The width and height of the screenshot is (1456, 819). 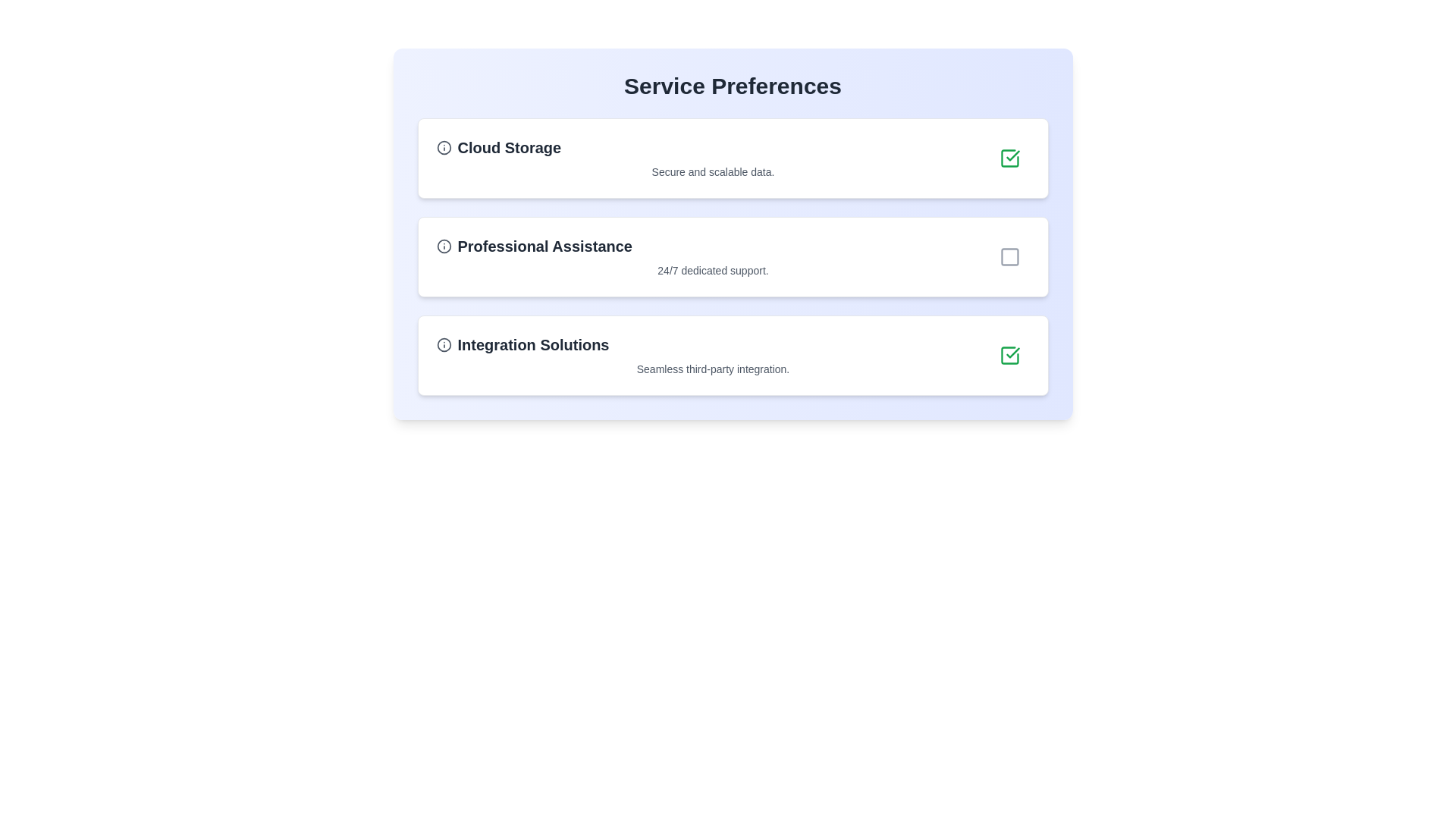 What do you see at coordinates (1009, 356) in the screenshot?
I see `the square checkbox with rounded corners that features a green checkmark, located at the far right of the third section of the Service Preferences card, aligning with the 'Integration Solutions' label` at bounding box center [1009, 356].